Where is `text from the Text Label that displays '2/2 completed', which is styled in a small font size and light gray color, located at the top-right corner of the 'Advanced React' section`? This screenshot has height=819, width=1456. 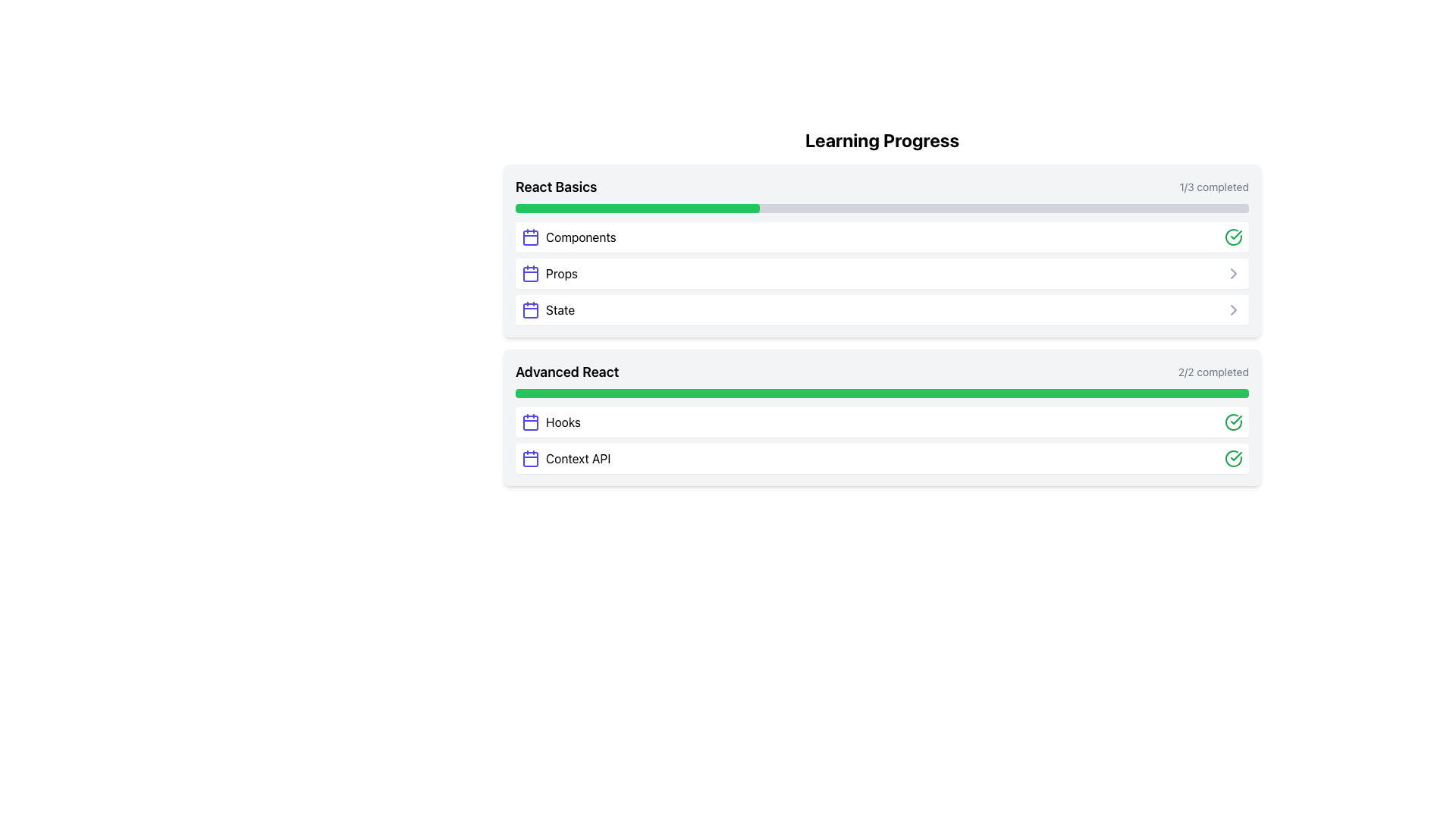
text from the Text Label that displays '2/2 completed', which is styled in a small font size and light gray color, located at the top-right corner of the 'Advanced React' section is located at coordinates (1213, 372).